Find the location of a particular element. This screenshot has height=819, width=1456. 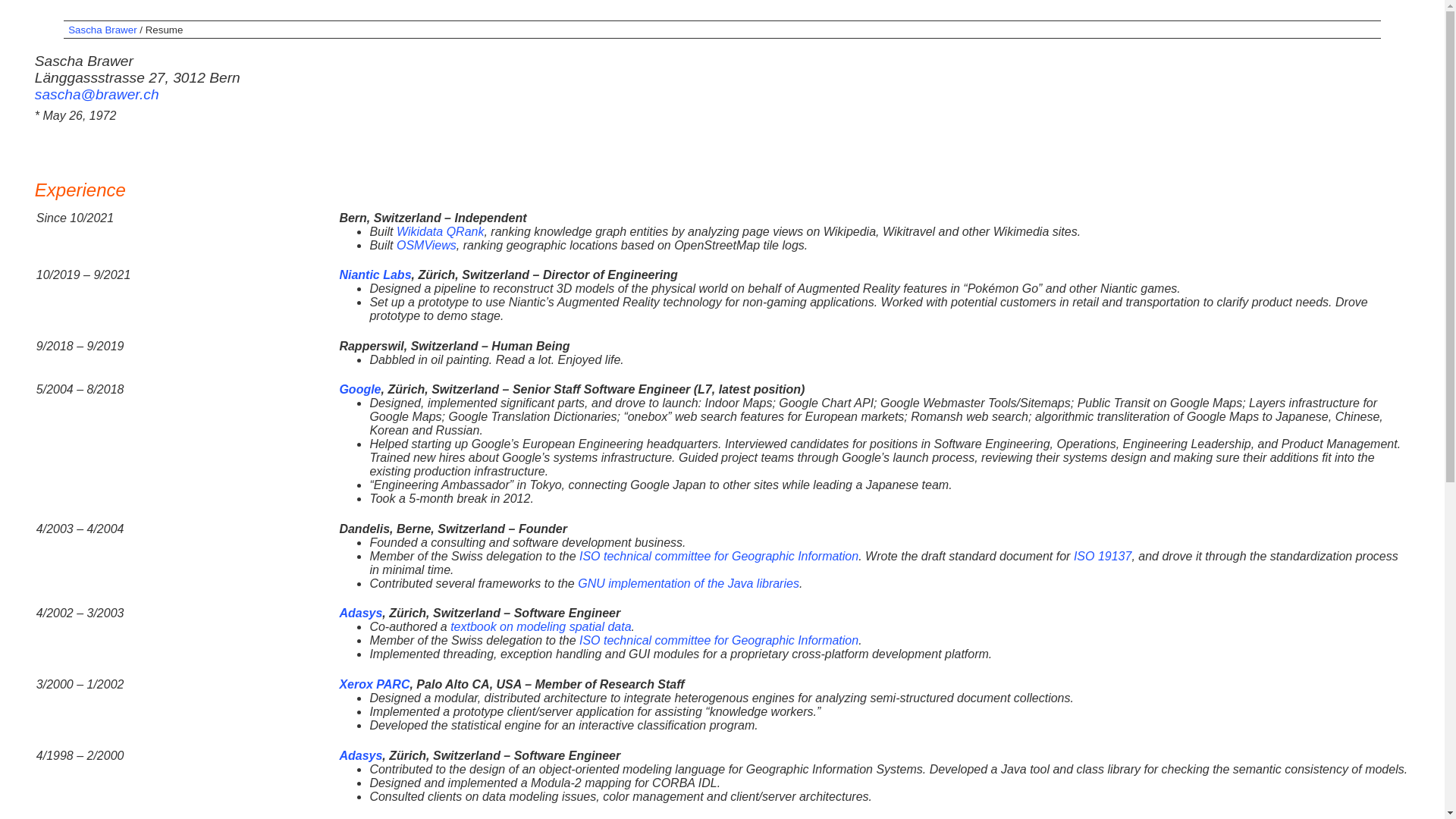

'ISO technical committee for Geographic Information' is located at coordinates (718, 556).